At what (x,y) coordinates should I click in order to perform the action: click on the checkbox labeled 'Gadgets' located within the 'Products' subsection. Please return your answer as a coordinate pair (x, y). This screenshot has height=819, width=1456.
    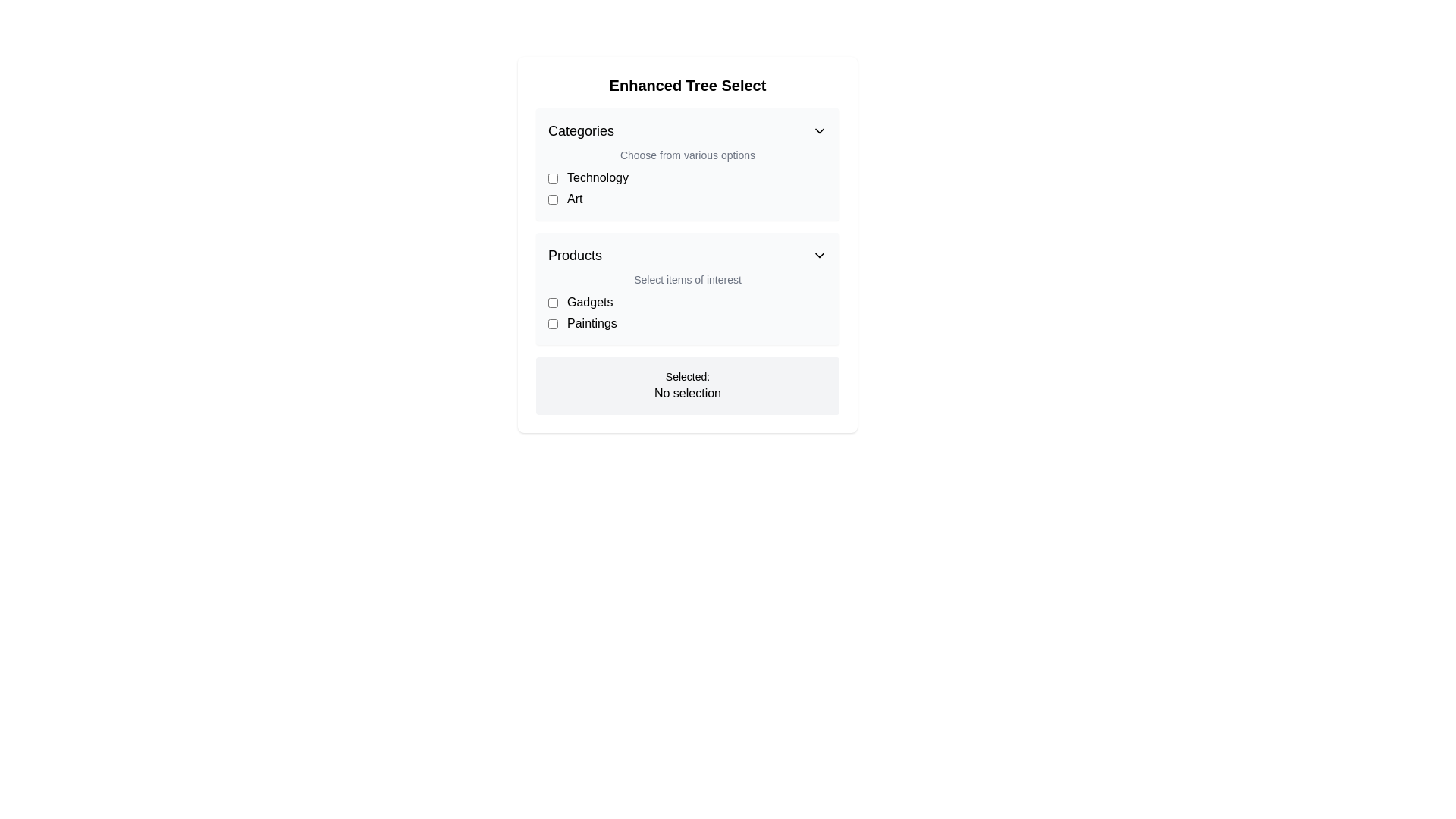
    Looking at the image, I should click on (687, 302).